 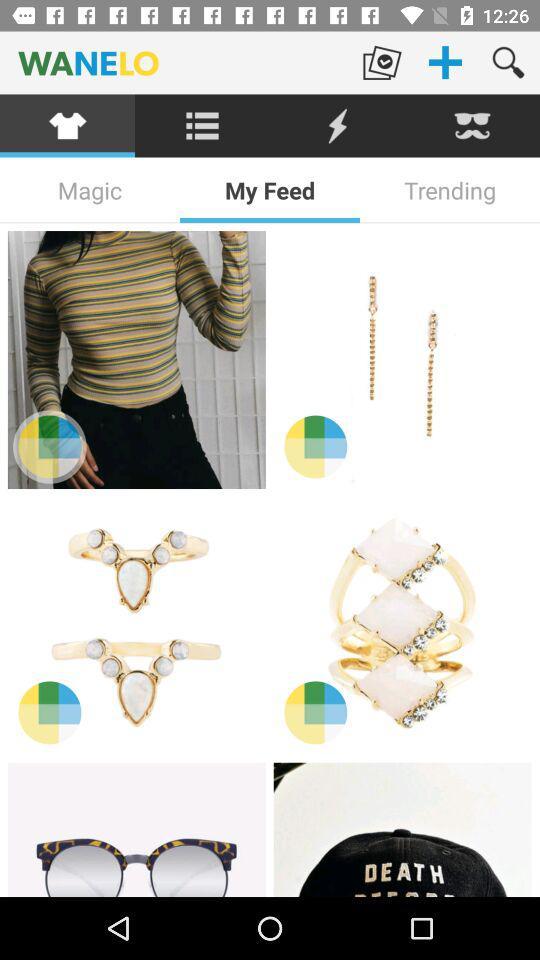 I want to click on item selection, so click(x=135, y=624).